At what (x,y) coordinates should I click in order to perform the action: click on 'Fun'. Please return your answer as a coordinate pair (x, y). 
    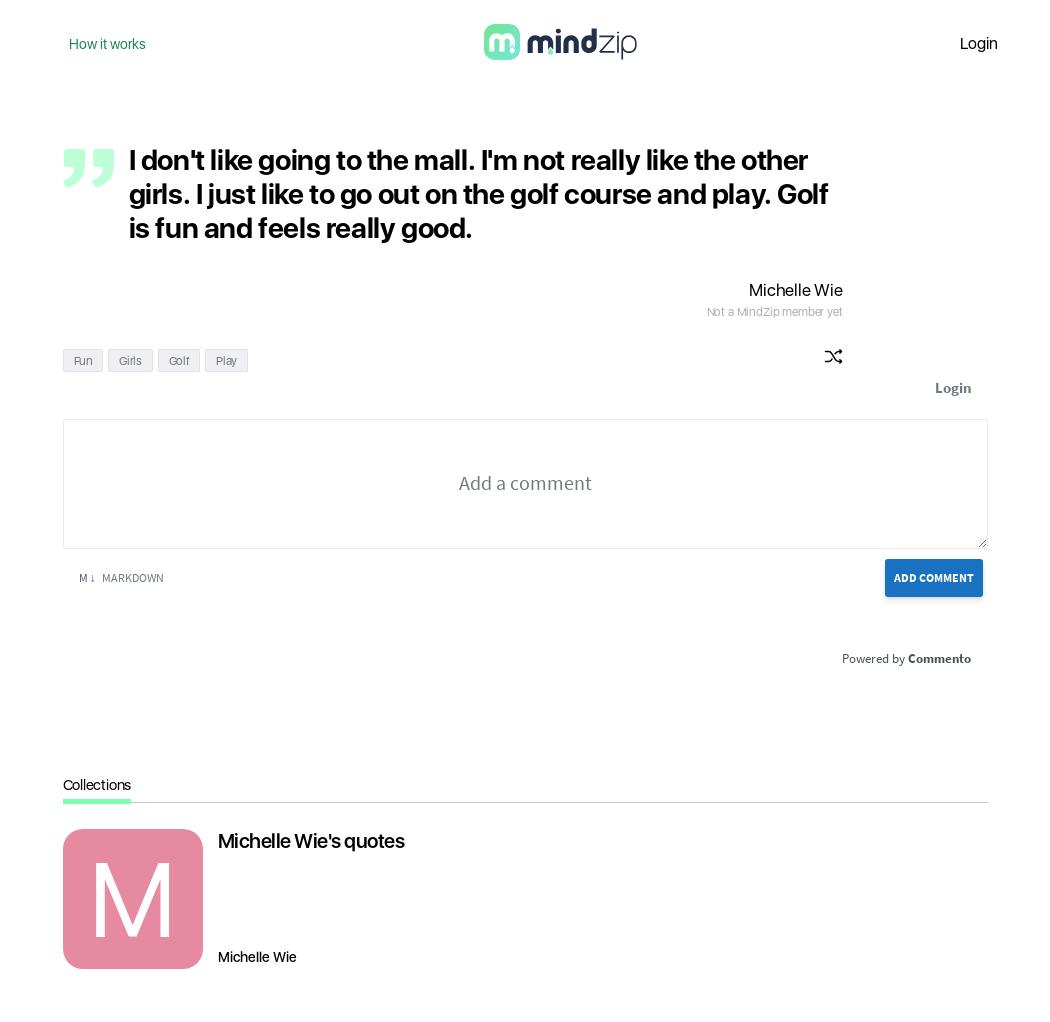
    Looking at the image, I should click on (82, 360).